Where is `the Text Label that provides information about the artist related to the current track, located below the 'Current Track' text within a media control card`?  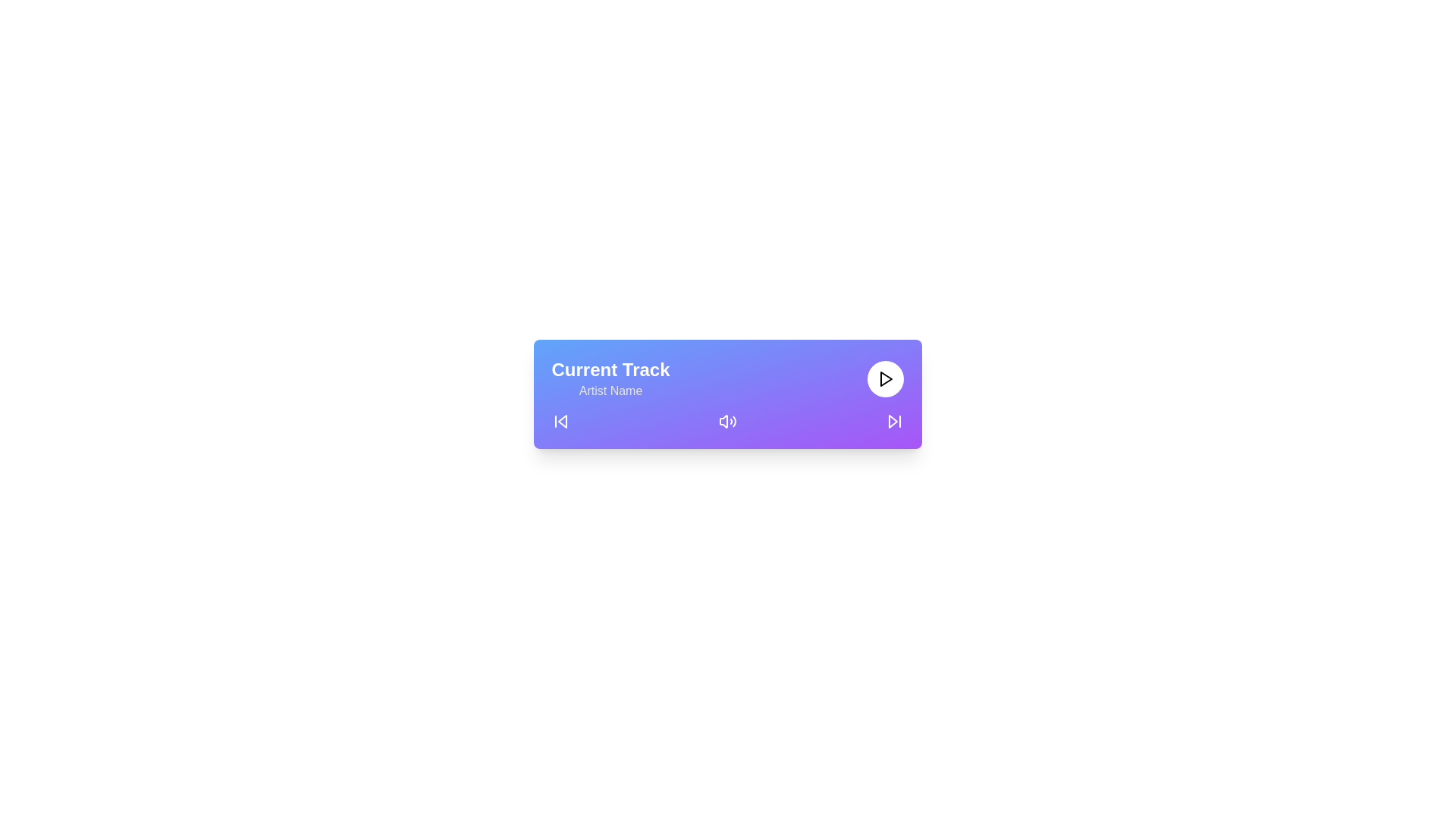
the Text Label that provides information about the artist related to the current track, located below the 'Current Track' text within a media control card is located at coordinates (610, 391).